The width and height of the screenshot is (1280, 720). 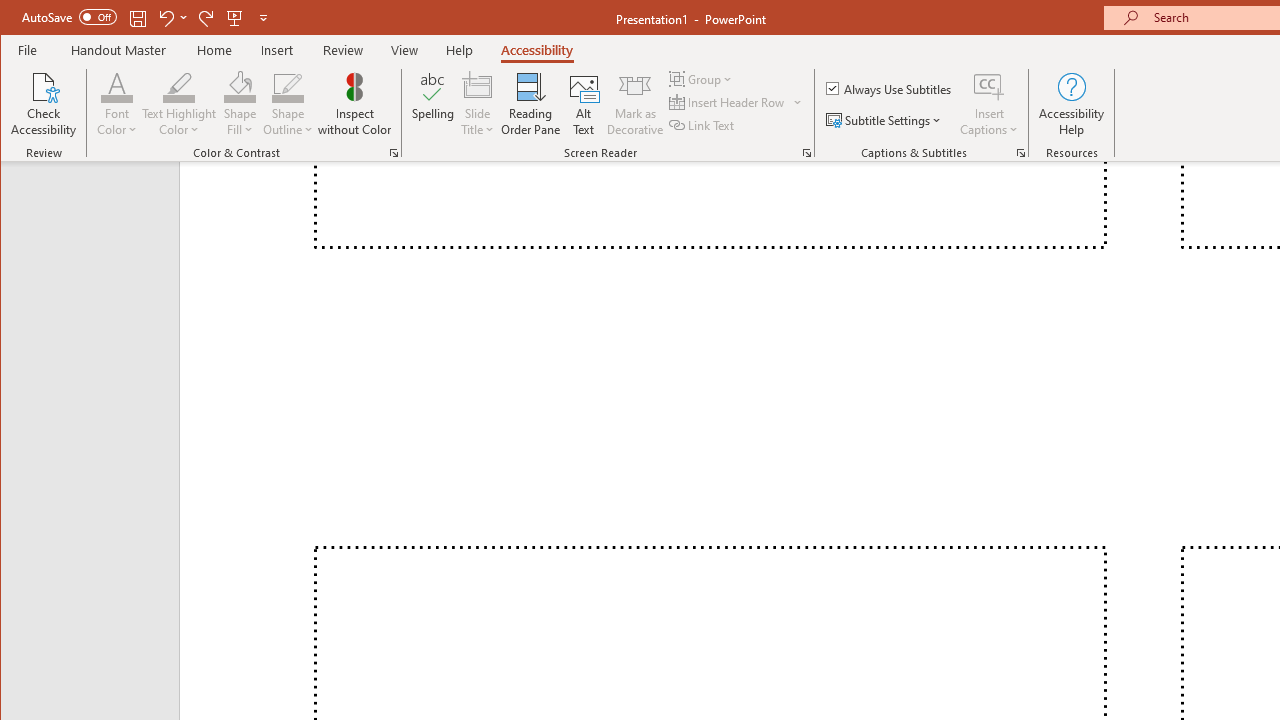 What do you see at coordinates (287, 85) in the screenshot?
I see `'Shape Outline Blue, Accent 1'` at bounding box center [287, 85].